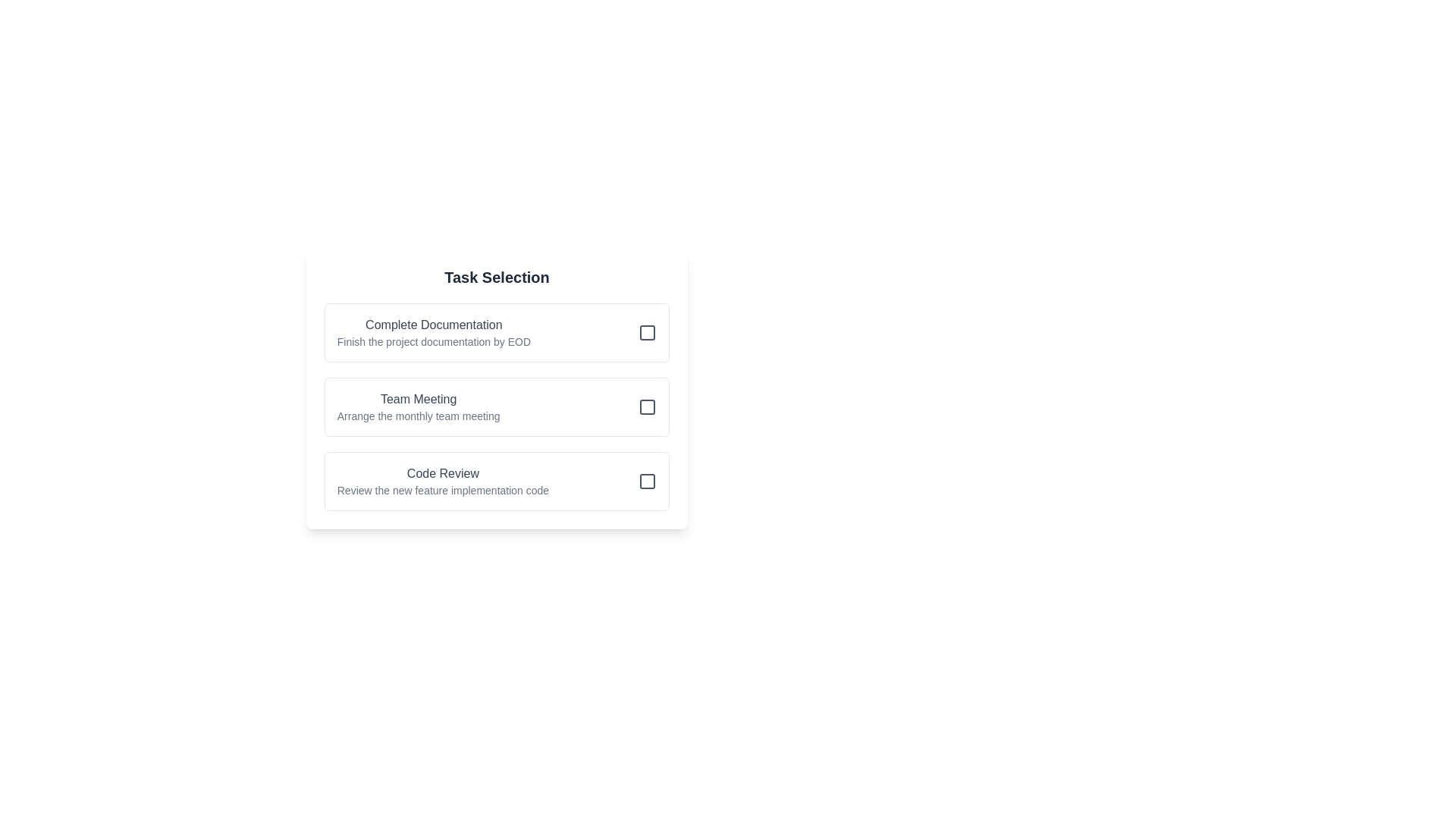 Image resolution: width=1456 pixels, height=819 pixels. I want to click on the status indicator icon for the 'Complete Documentation' task item, so click(648, 332).